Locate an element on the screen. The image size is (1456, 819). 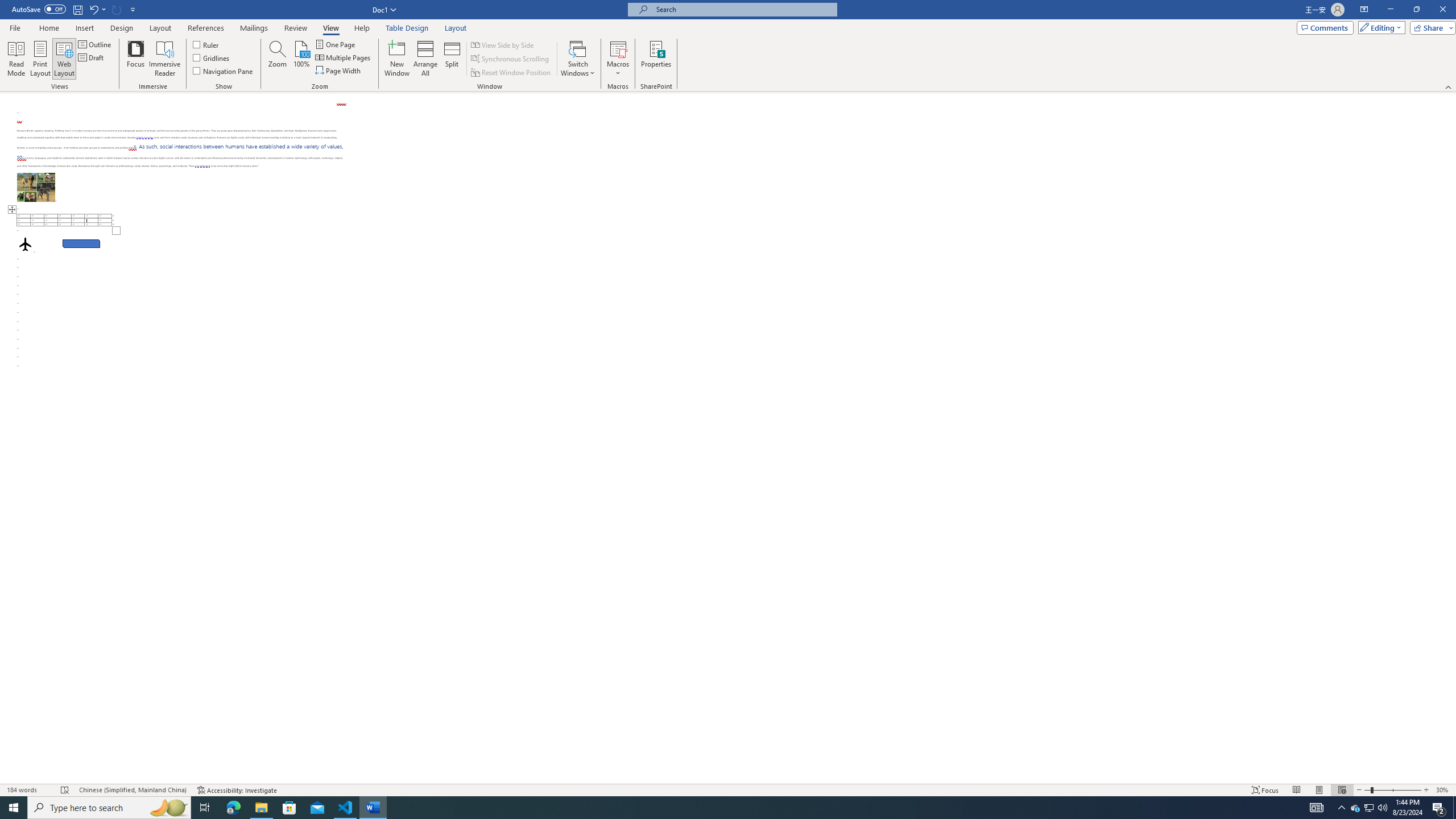
'Reset Window Position' is located at coordinates (511, 72).